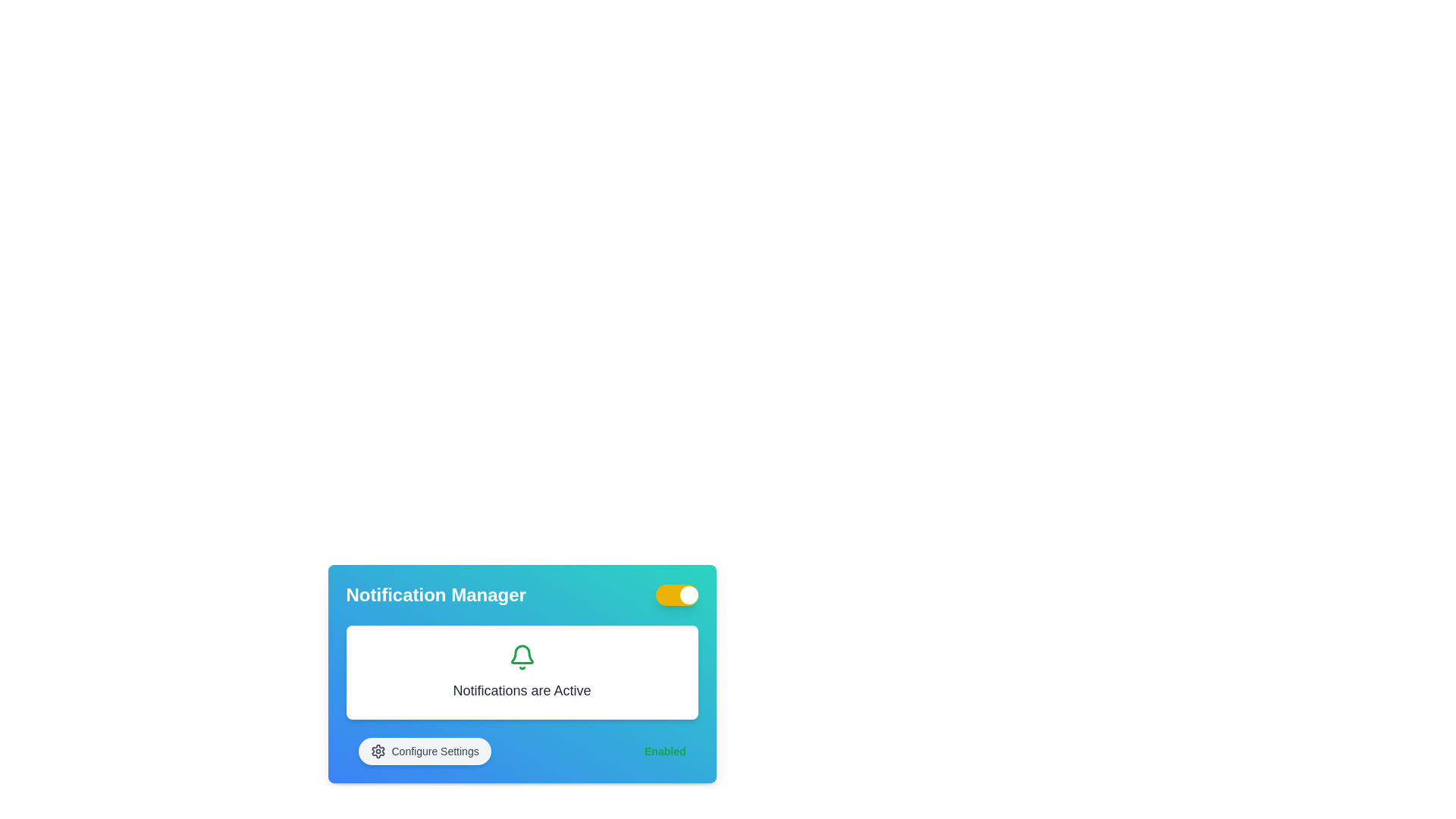 The height and width of the screenshot is (819, 1456). What do you see at coordinates (676, 595) in the screenshot?
I see `the yellow toggle switch with a rounded white handle on the right side to change its state` at bounding box center [676, 595].